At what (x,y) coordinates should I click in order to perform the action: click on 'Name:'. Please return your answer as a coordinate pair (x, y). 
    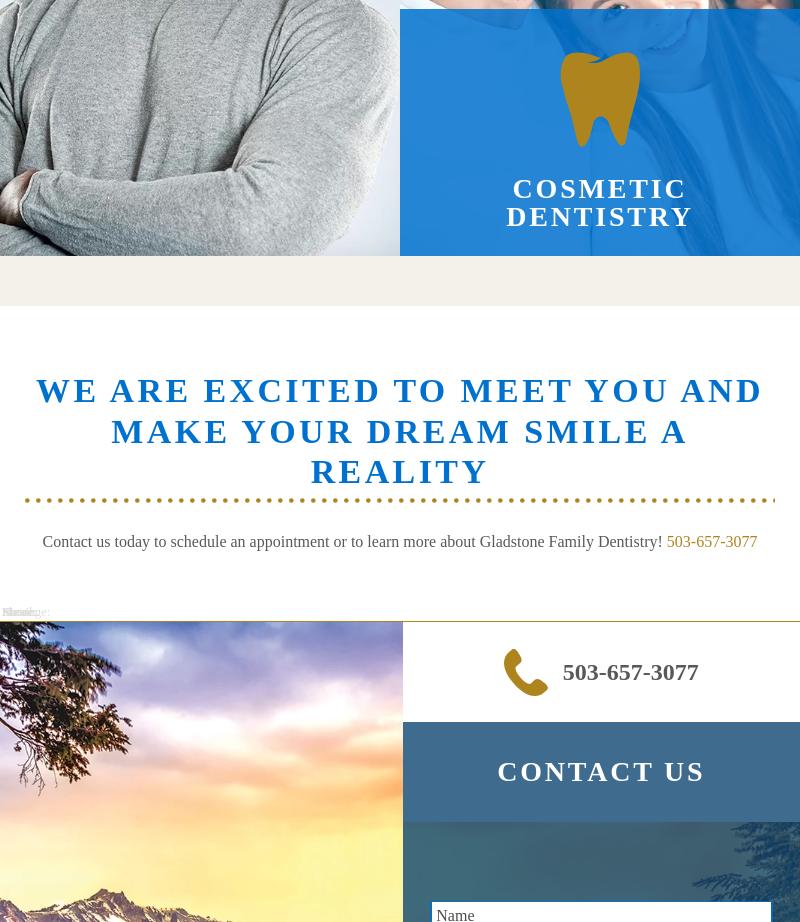
    Looking at the image, I should click on (19, 612).